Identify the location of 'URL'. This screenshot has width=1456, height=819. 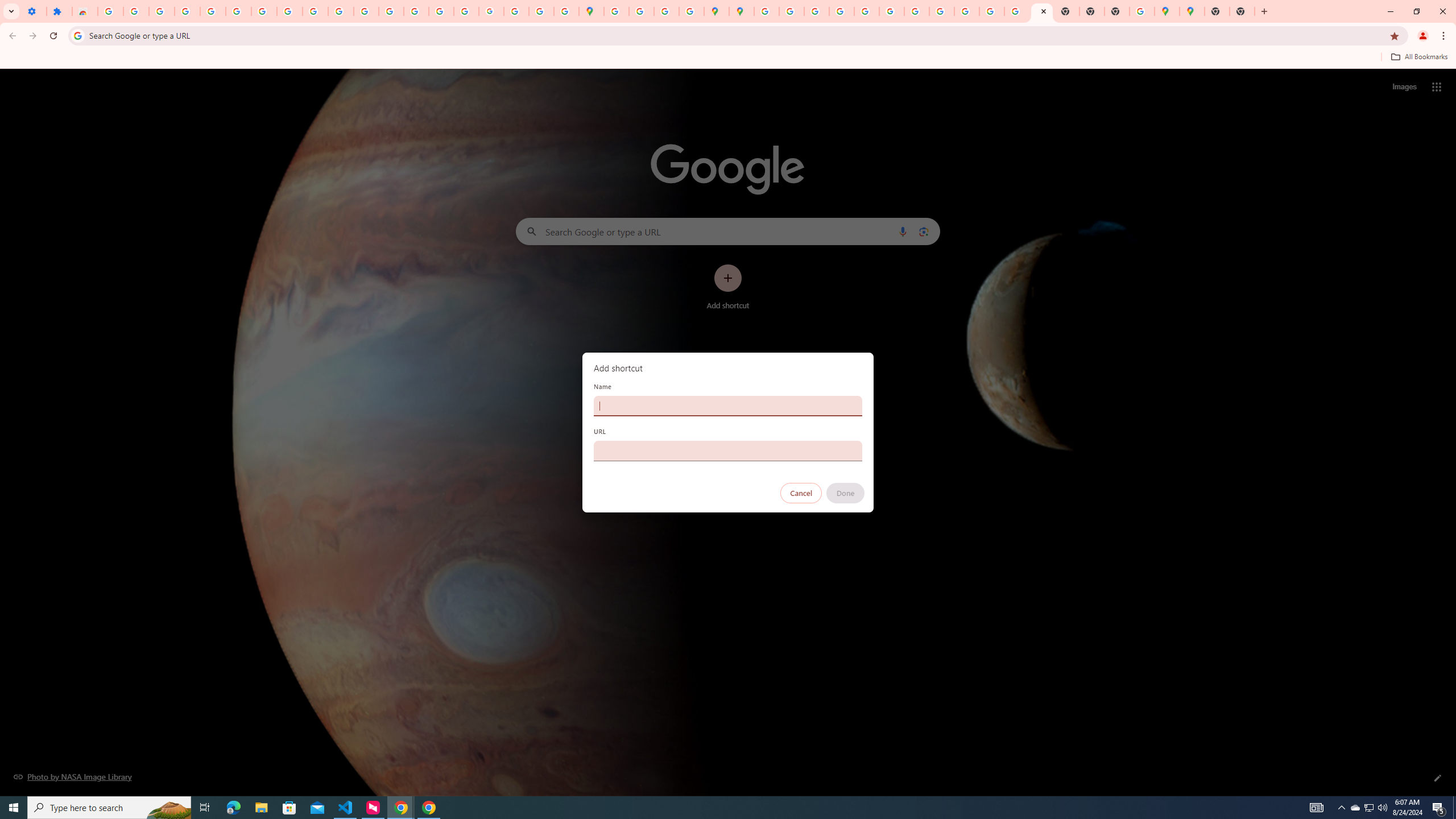
(728, 450).